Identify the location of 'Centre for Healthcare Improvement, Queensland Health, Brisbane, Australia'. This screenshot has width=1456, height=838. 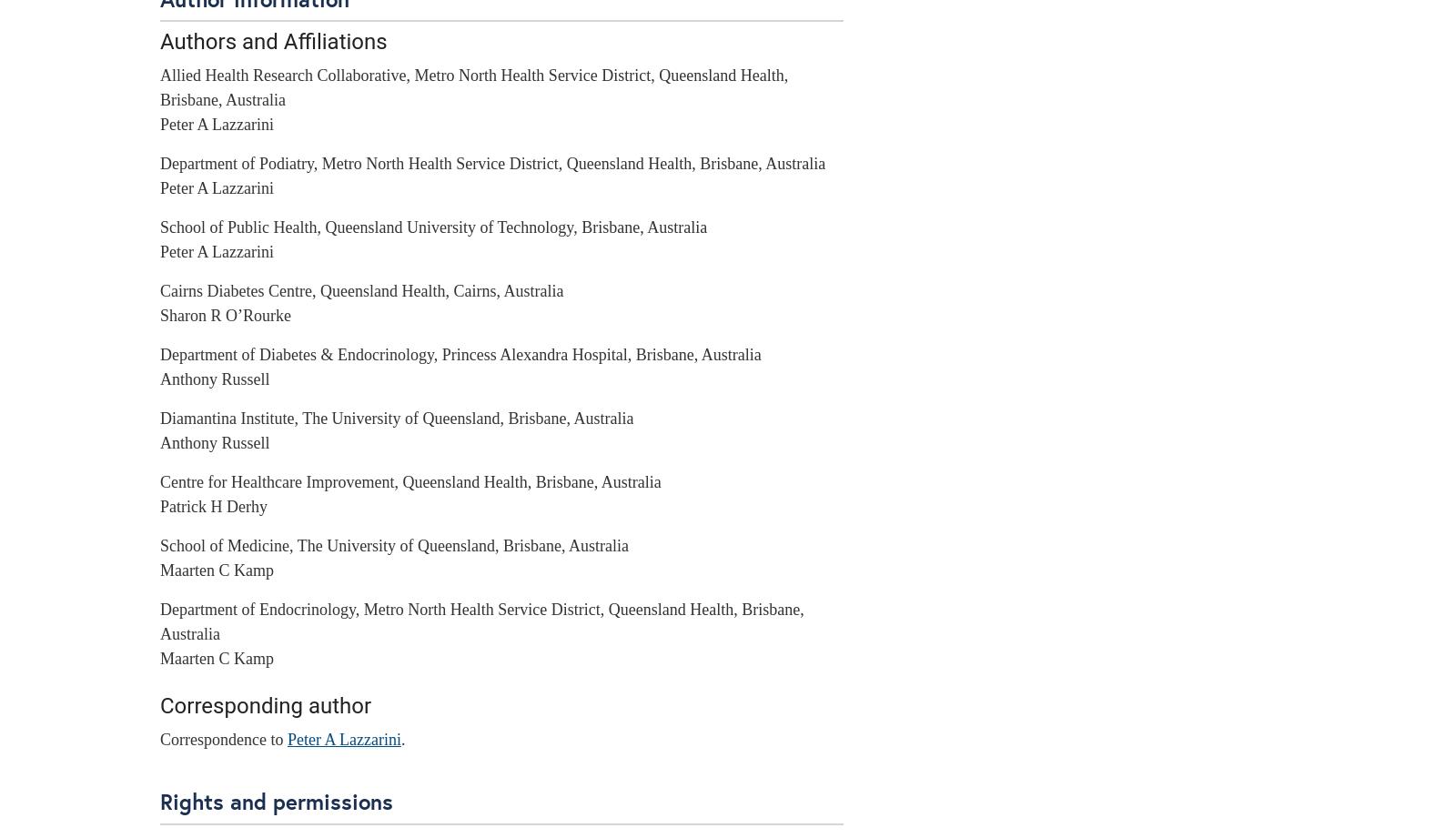
(409, 481).